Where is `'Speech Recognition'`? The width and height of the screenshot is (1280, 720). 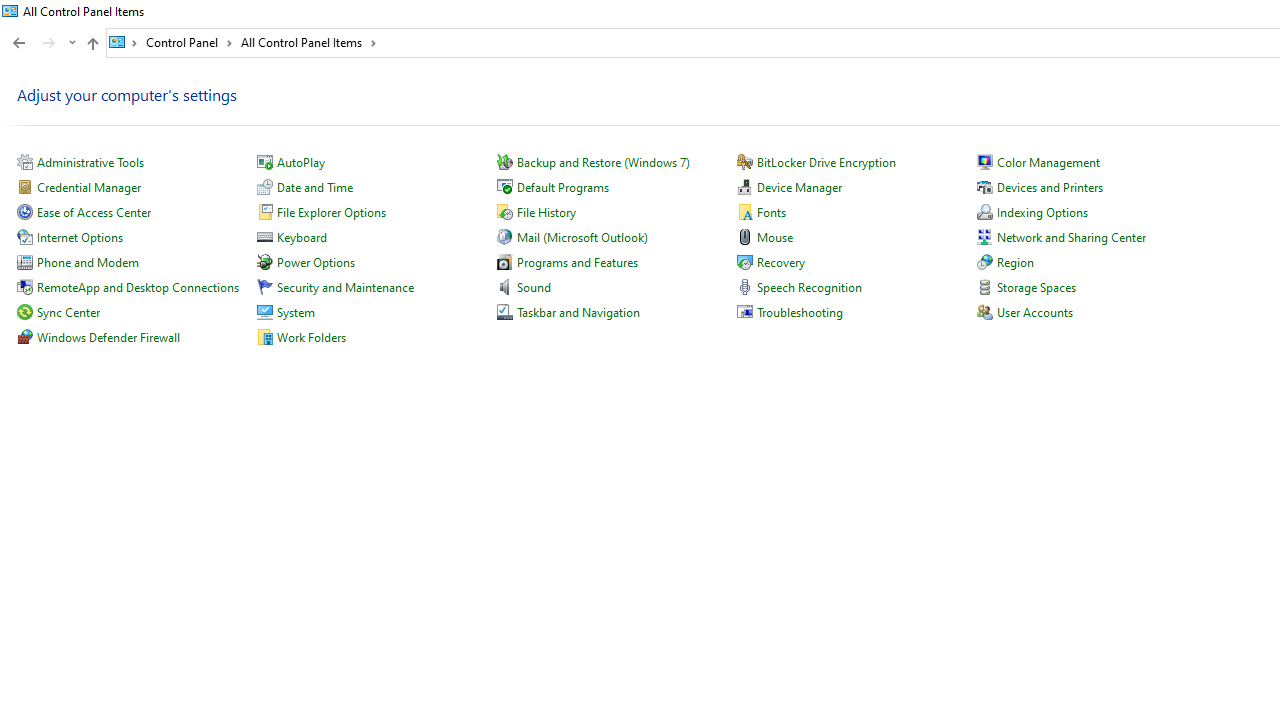 'Speech Recognition' is located at coordinates (809, 287).